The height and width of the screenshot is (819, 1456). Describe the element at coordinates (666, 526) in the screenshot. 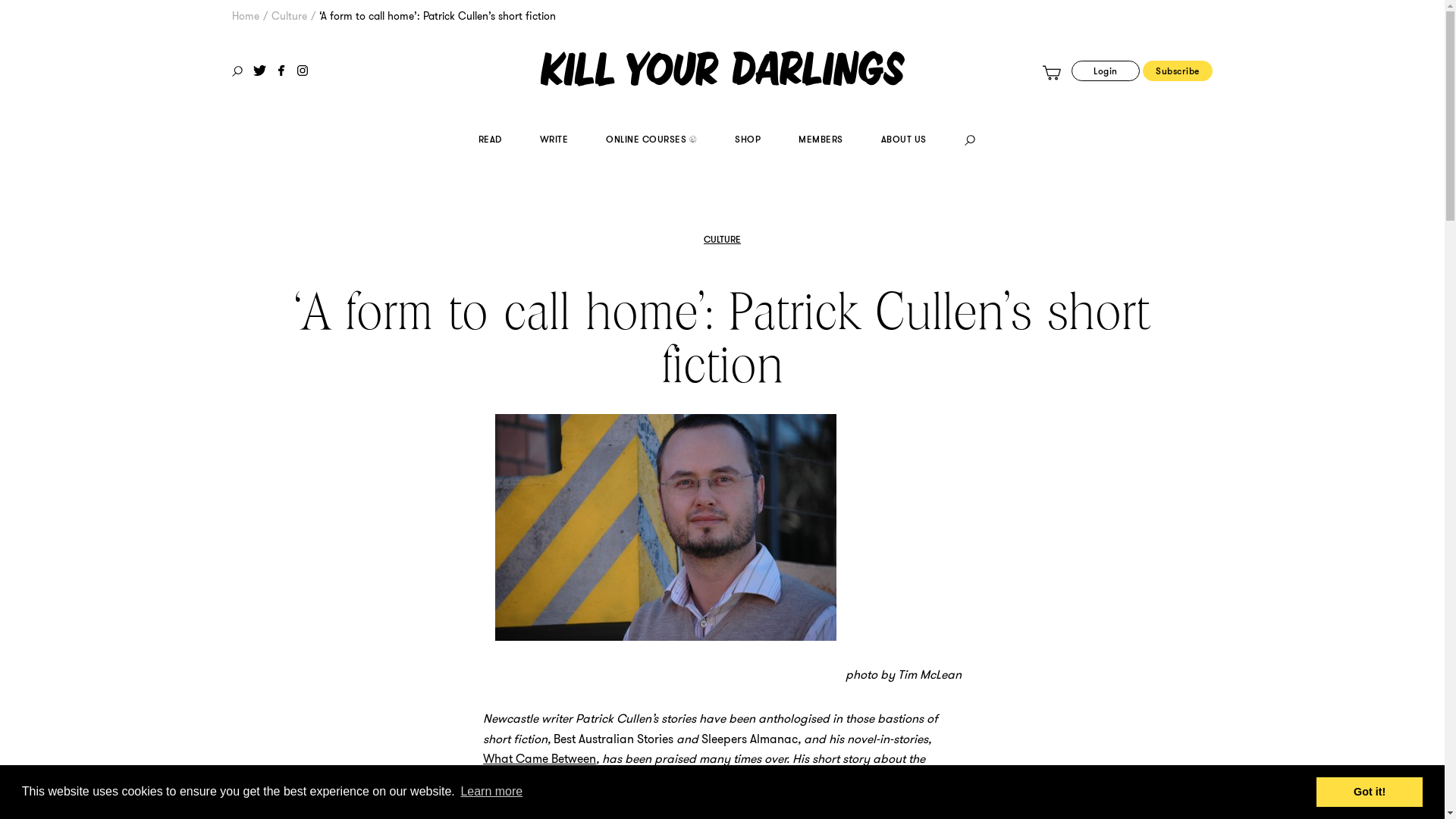

I see `'Patrick Cullen (photo by Tim McLean)'` at that location.